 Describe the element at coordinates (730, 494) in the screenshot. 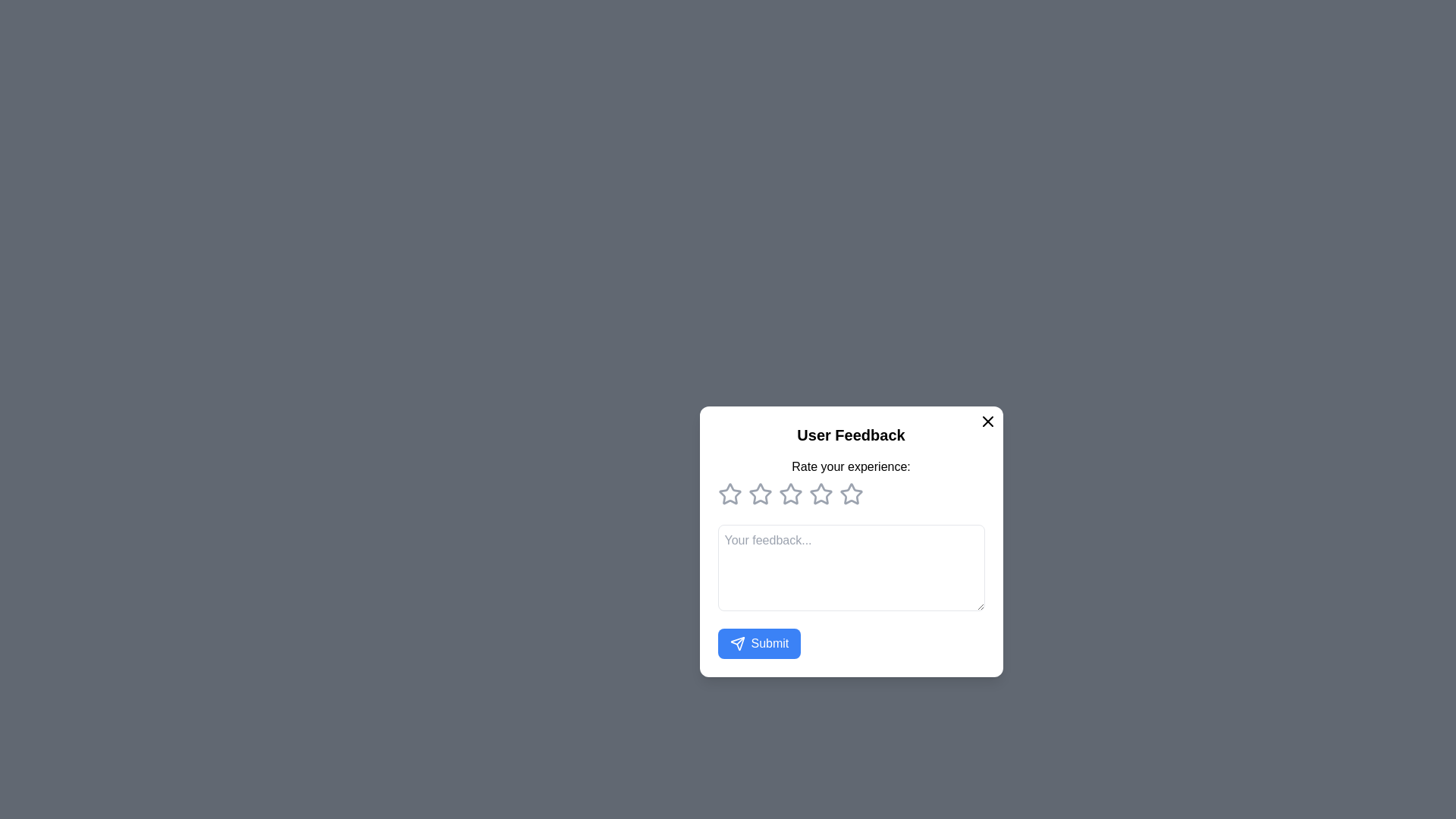

I see `the first star icon in the rating section below the text 'Rate your experience:' to provide feedback` at that location.